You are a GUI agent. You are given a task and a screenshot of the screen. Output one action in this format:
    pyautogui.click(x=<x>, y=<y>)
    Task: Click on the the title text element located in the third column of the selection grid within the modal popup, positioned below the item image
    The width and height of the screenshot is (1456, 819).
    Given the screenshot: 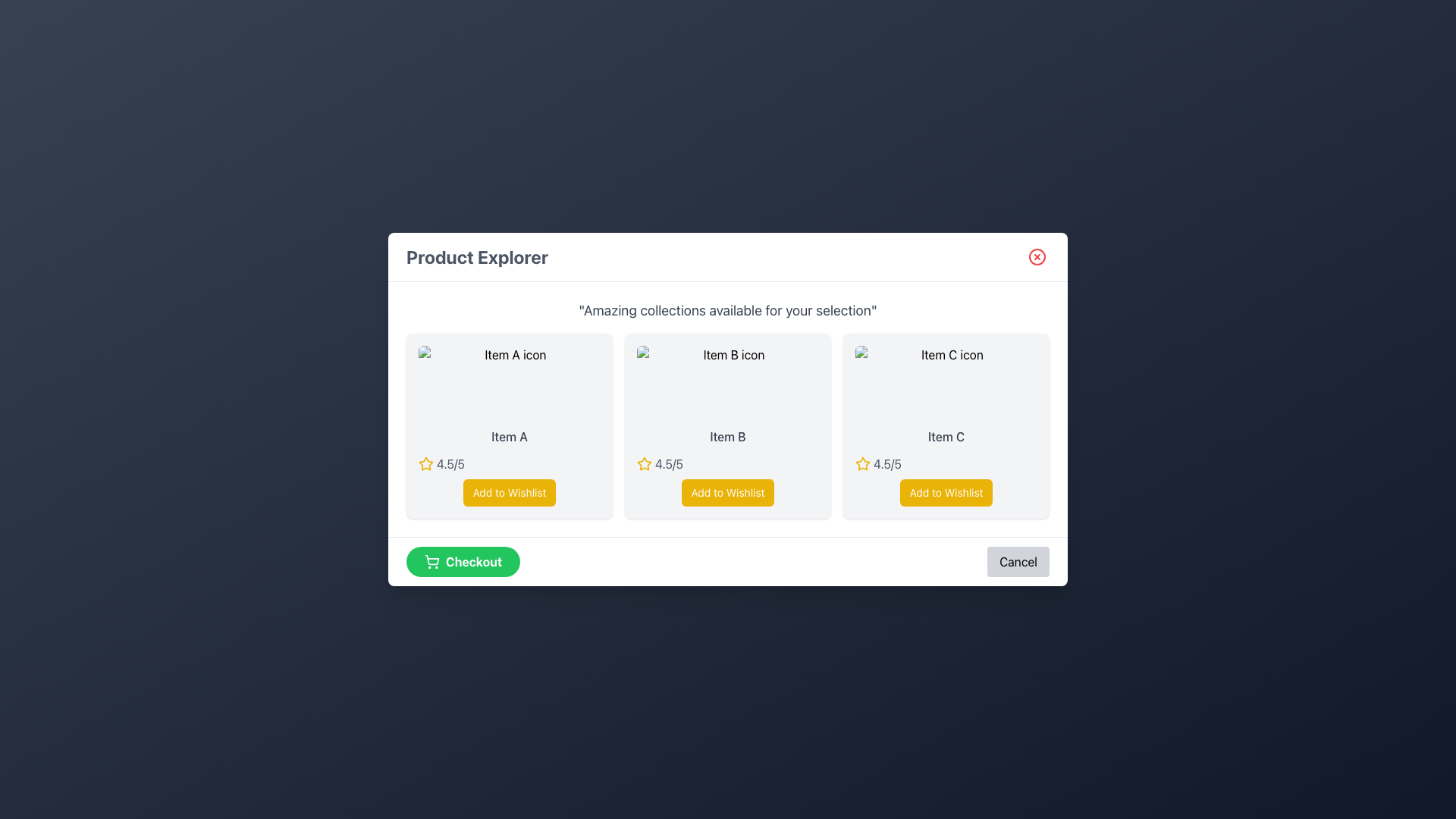 What is the action you would take?
    pyautogui.click(x=946, y=436)
    